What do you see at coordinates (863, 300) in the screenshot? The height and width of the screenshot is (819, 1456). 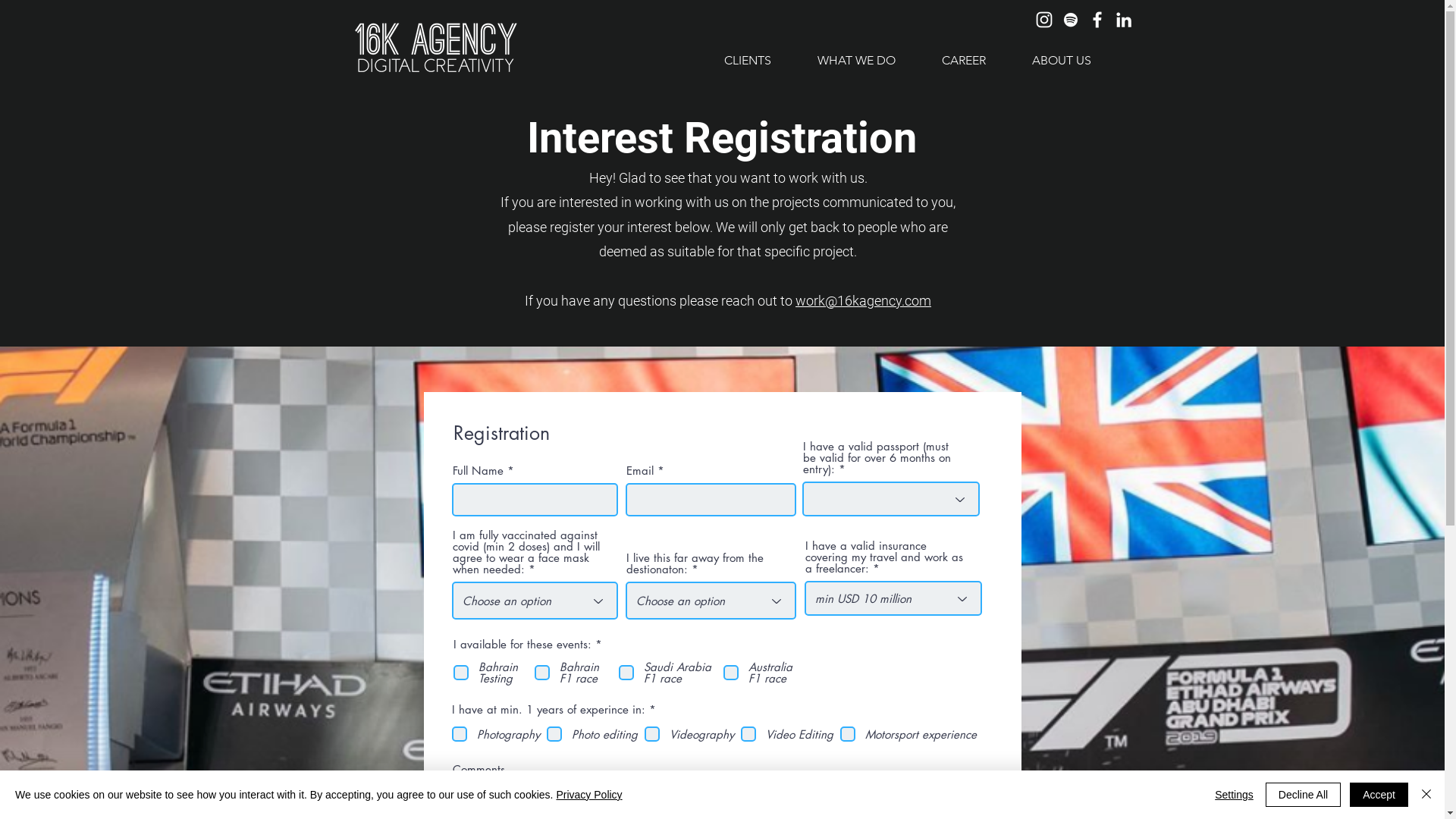 I see `'work@16kagency.com'` at bounding box center [863, 300].